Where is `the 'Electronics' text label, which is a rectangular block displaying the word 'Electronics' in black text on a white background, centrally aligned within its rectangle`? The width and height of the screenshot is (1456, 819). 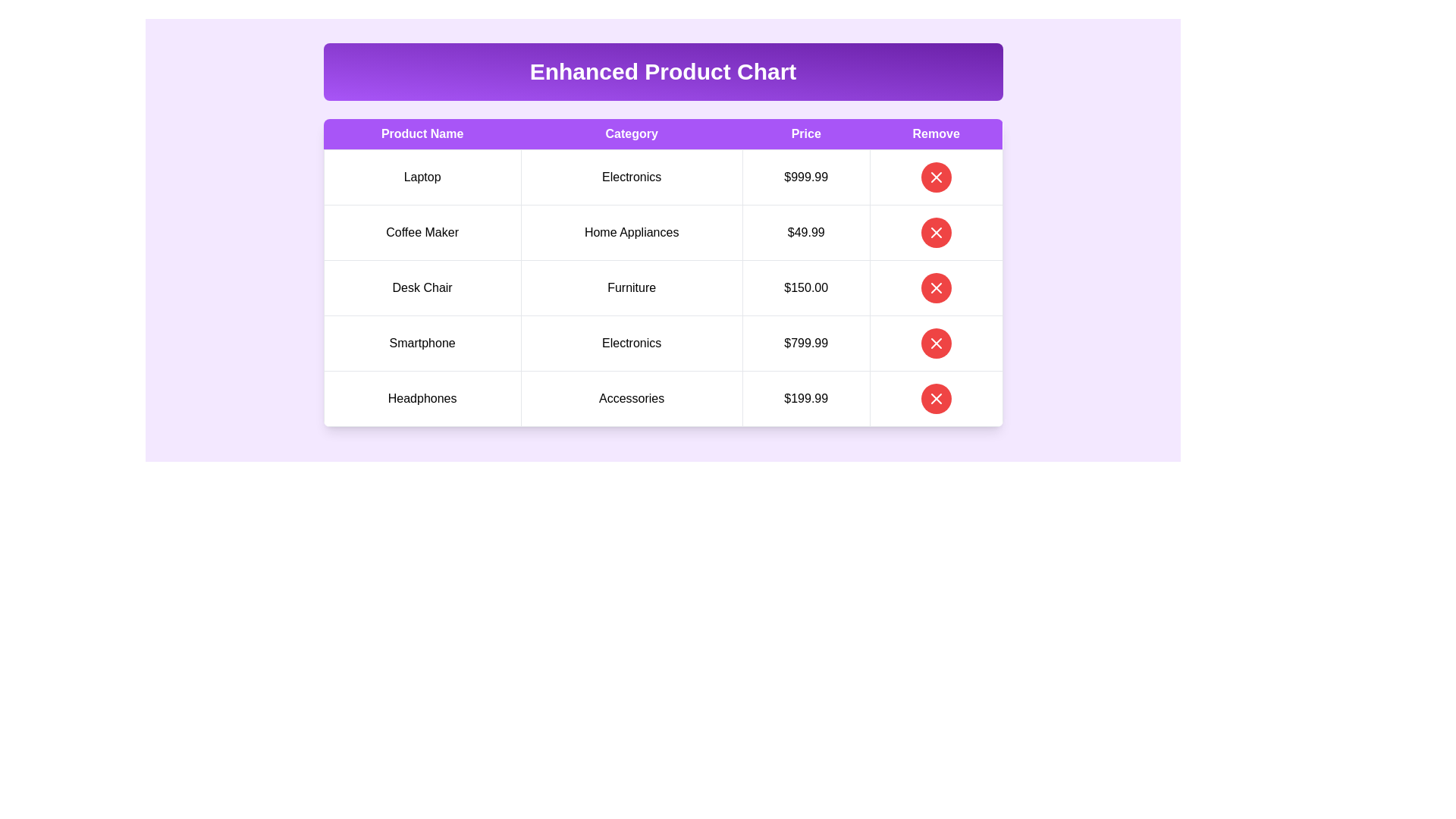
the 'Electronics' text label, which is a rectangular block displaying the word 'Electronics' in black text on a white background, centrally aligned within its rectangle is located at coordinates (632, 177).